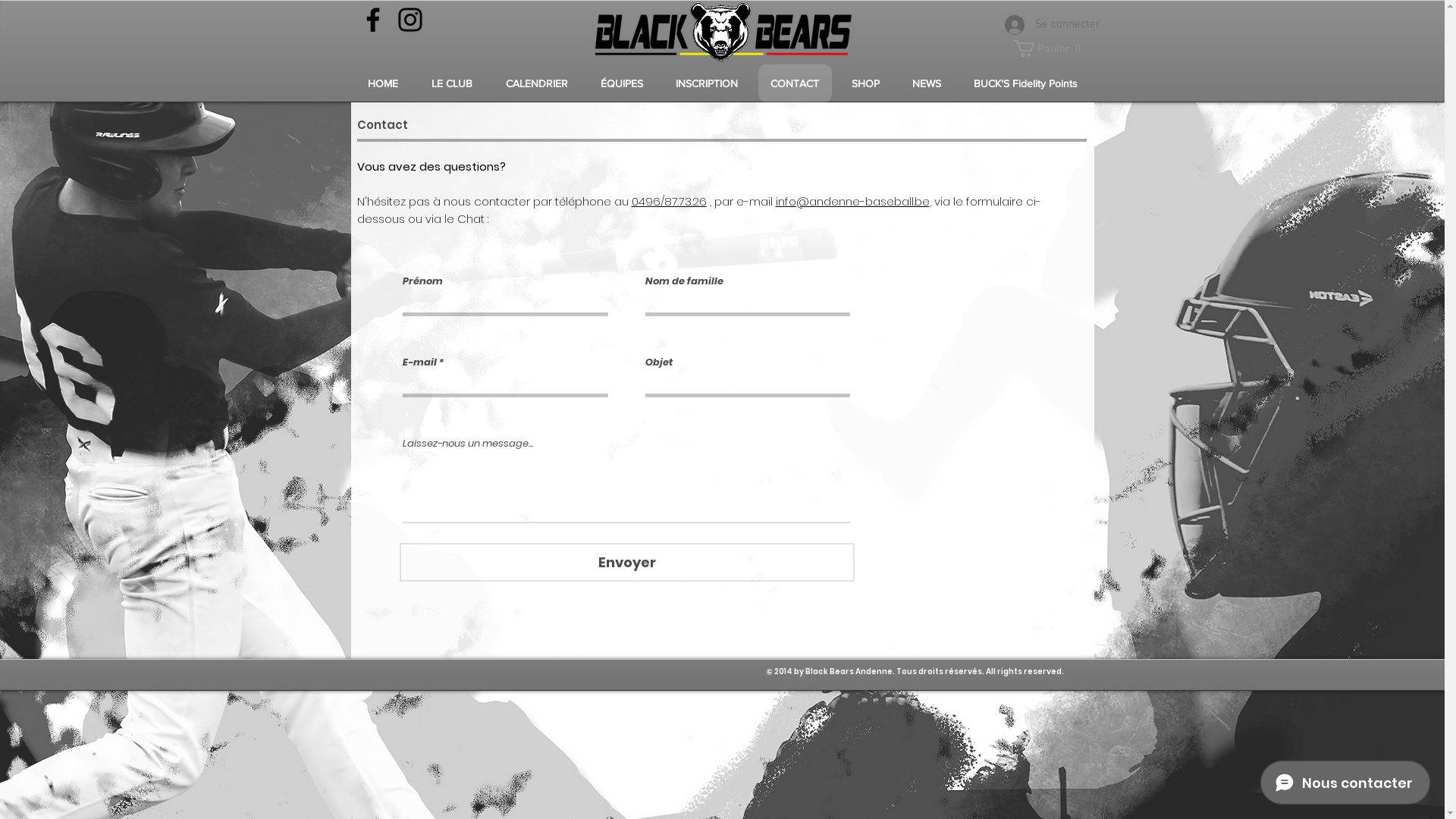 This screenshot has height=819, width=1456. What do you see at coordinates (1050, 48) in the screenshot?
I see `'Panier` at bounding box center [1050, 48].